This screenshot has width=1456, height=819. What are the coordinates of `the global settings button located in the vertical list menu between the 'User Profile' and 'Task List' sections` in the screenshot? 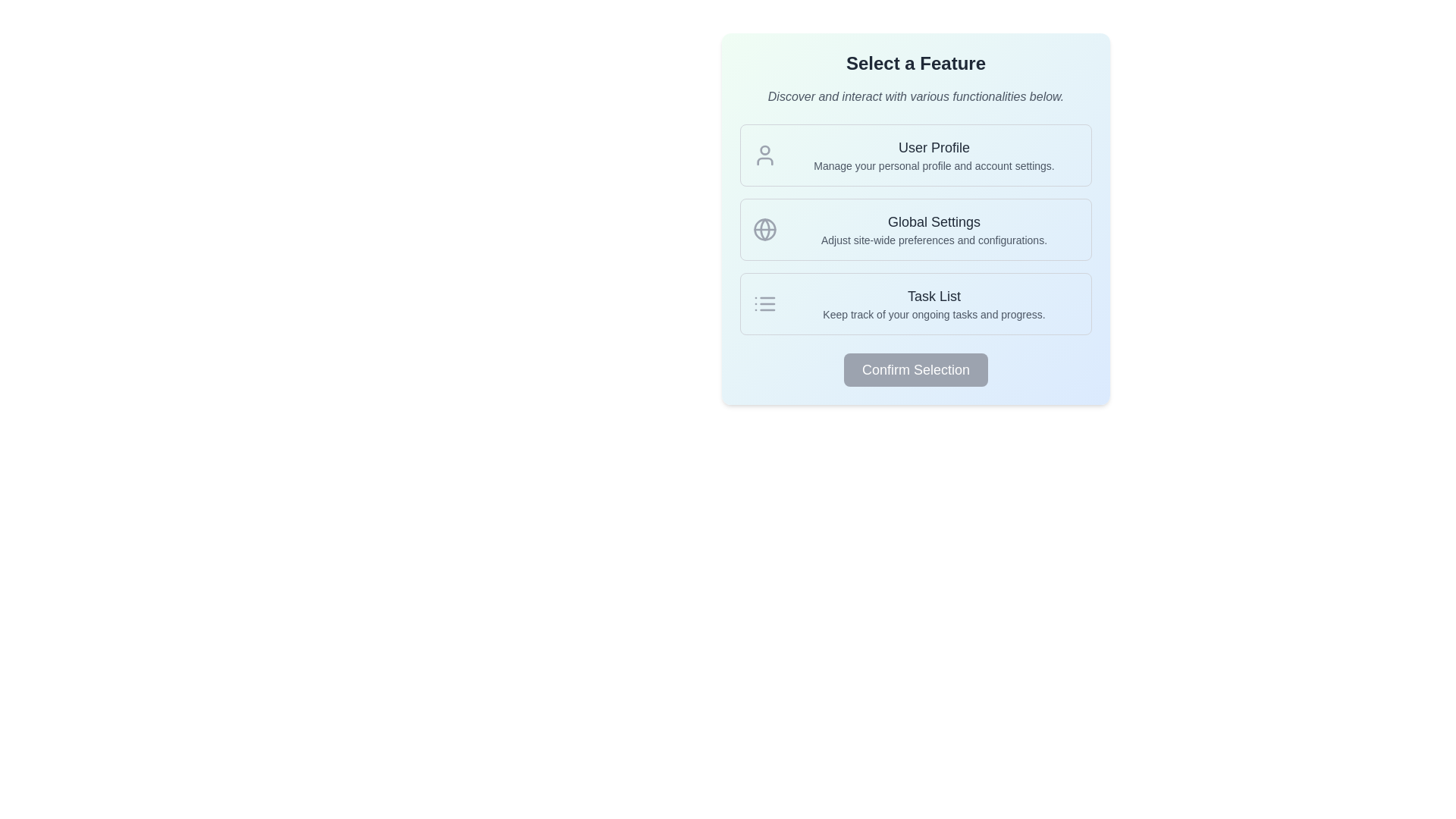 It's located at (915, 230).